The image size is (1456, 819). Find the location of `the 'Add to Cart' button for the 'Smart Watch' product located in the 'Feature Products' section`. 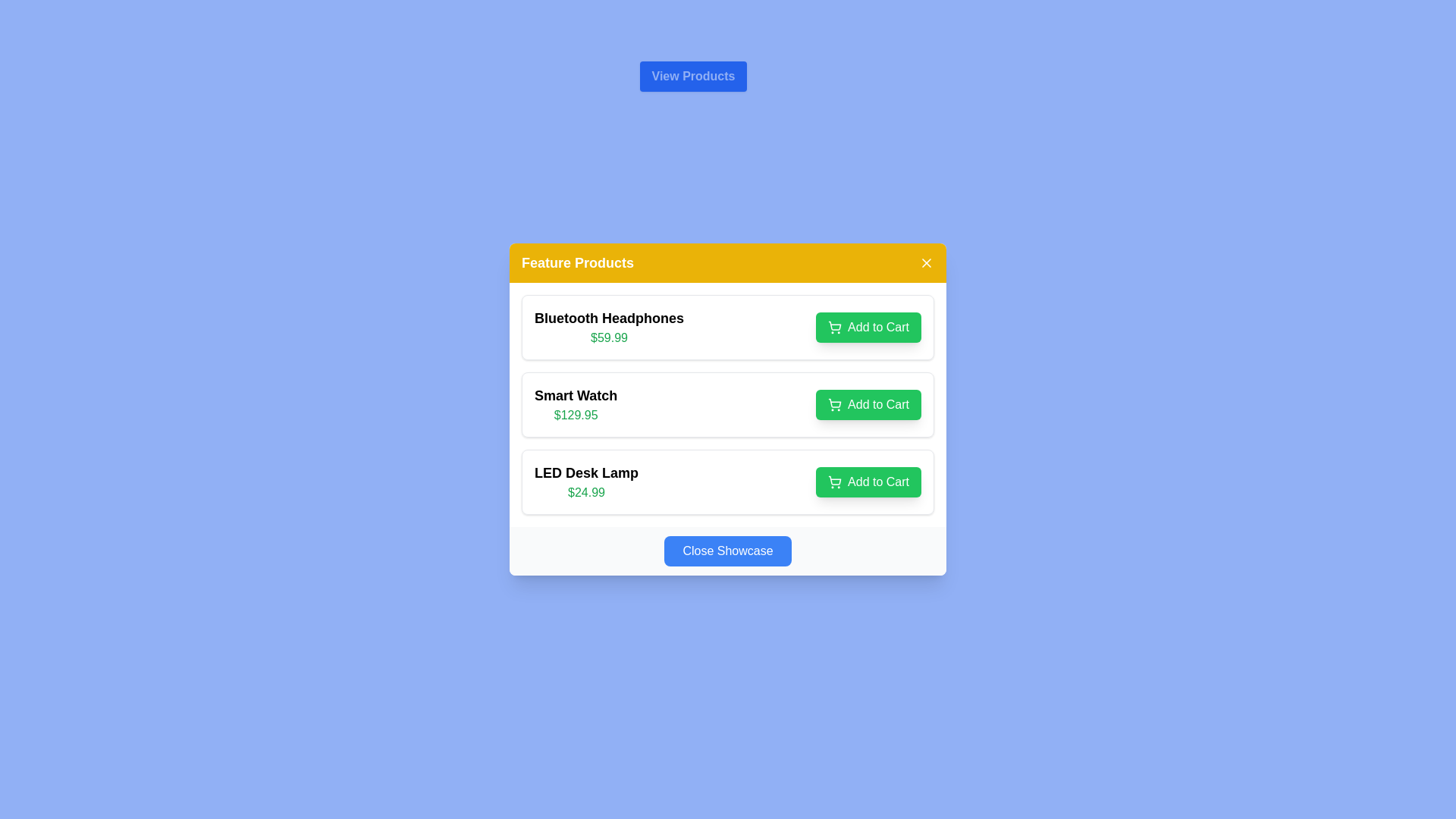

the 'Add to Cart' button for the 'Smart Watch' product located in the 'Feature Products' section is located at coordinates (868, 403).